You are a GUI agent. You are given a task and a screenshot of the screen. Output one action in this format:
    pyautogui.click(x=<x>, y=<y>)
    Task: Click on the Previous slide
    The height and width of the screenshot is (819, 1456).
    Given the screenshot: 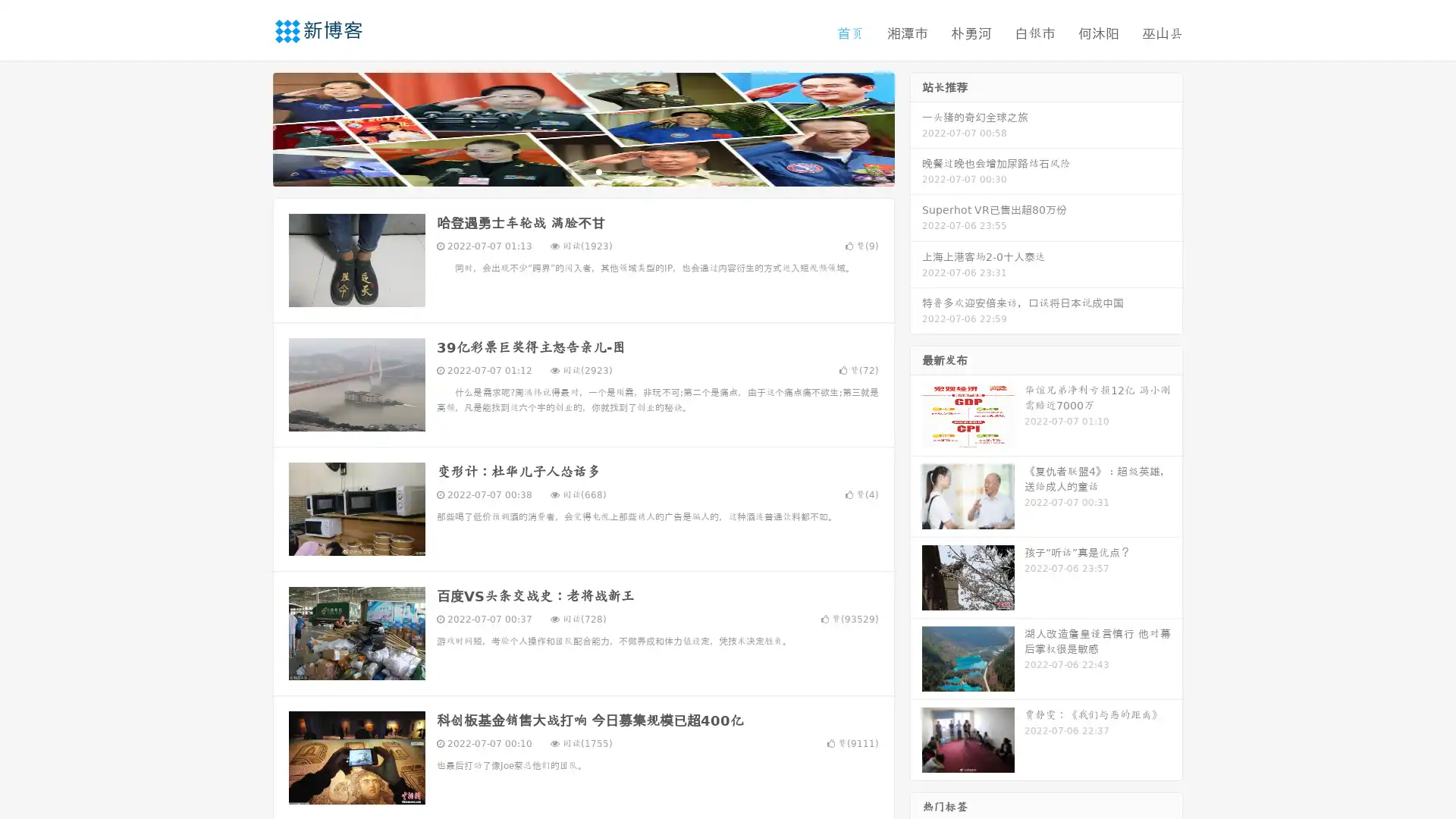 What is the action you would take?
    pyautogui.click(x=250, y=127)
    